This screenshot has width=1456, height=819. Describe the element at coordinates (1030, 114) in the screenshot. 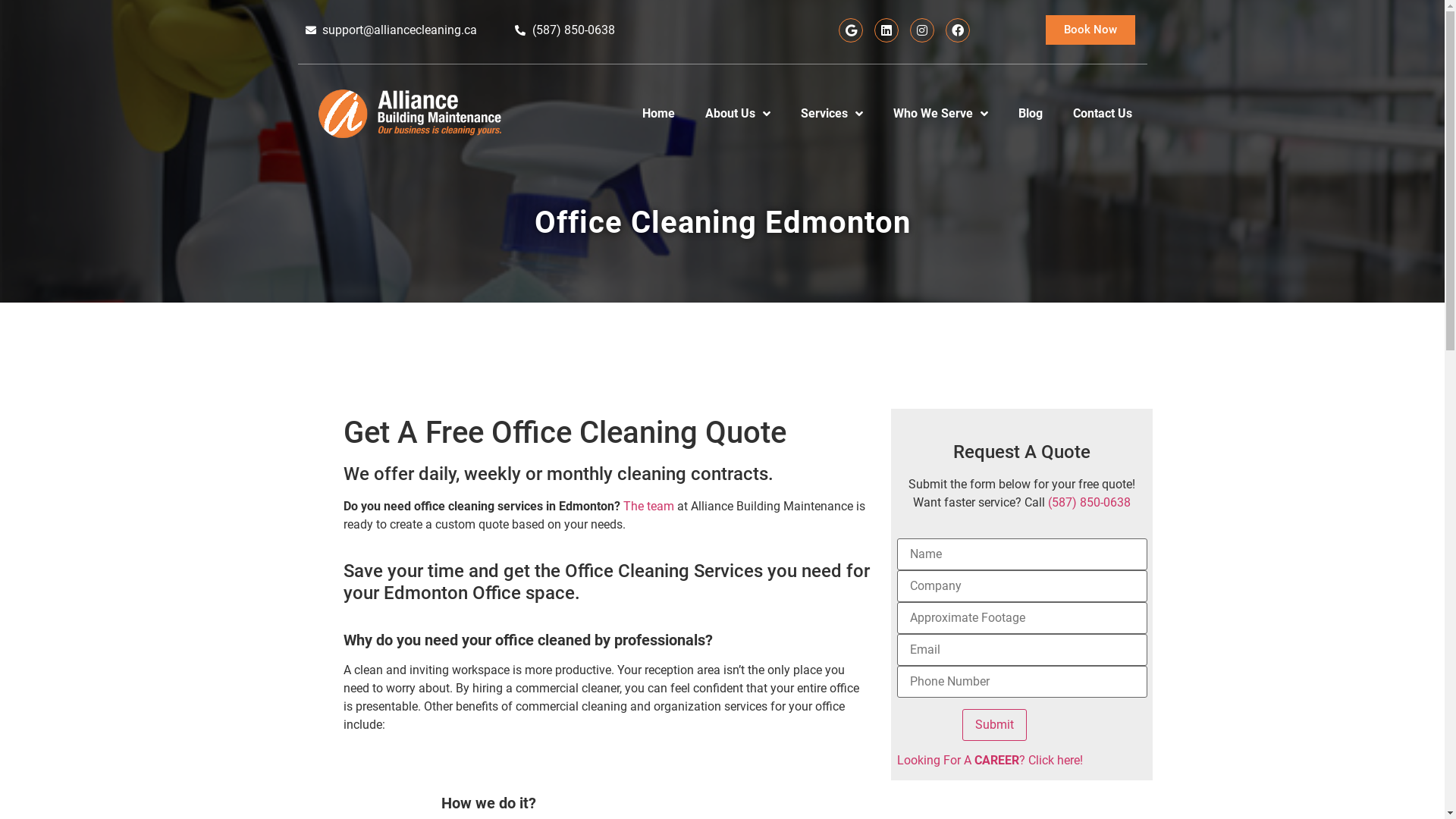

I see `'Blog'` at that location.